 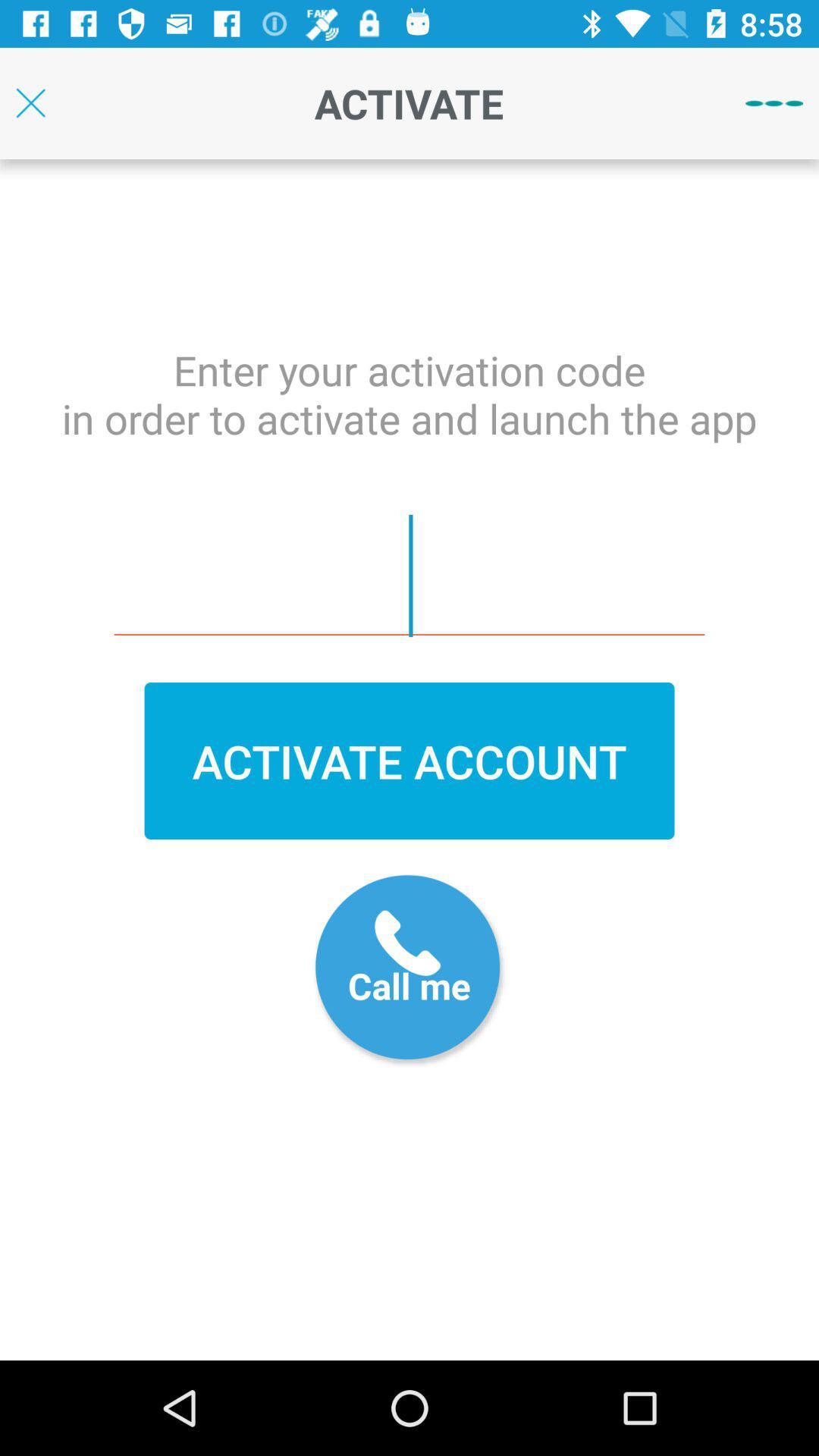 What do you see at coordinates (30, 102) in the screenshot?
I see `page` at bounding box center [30, 102].